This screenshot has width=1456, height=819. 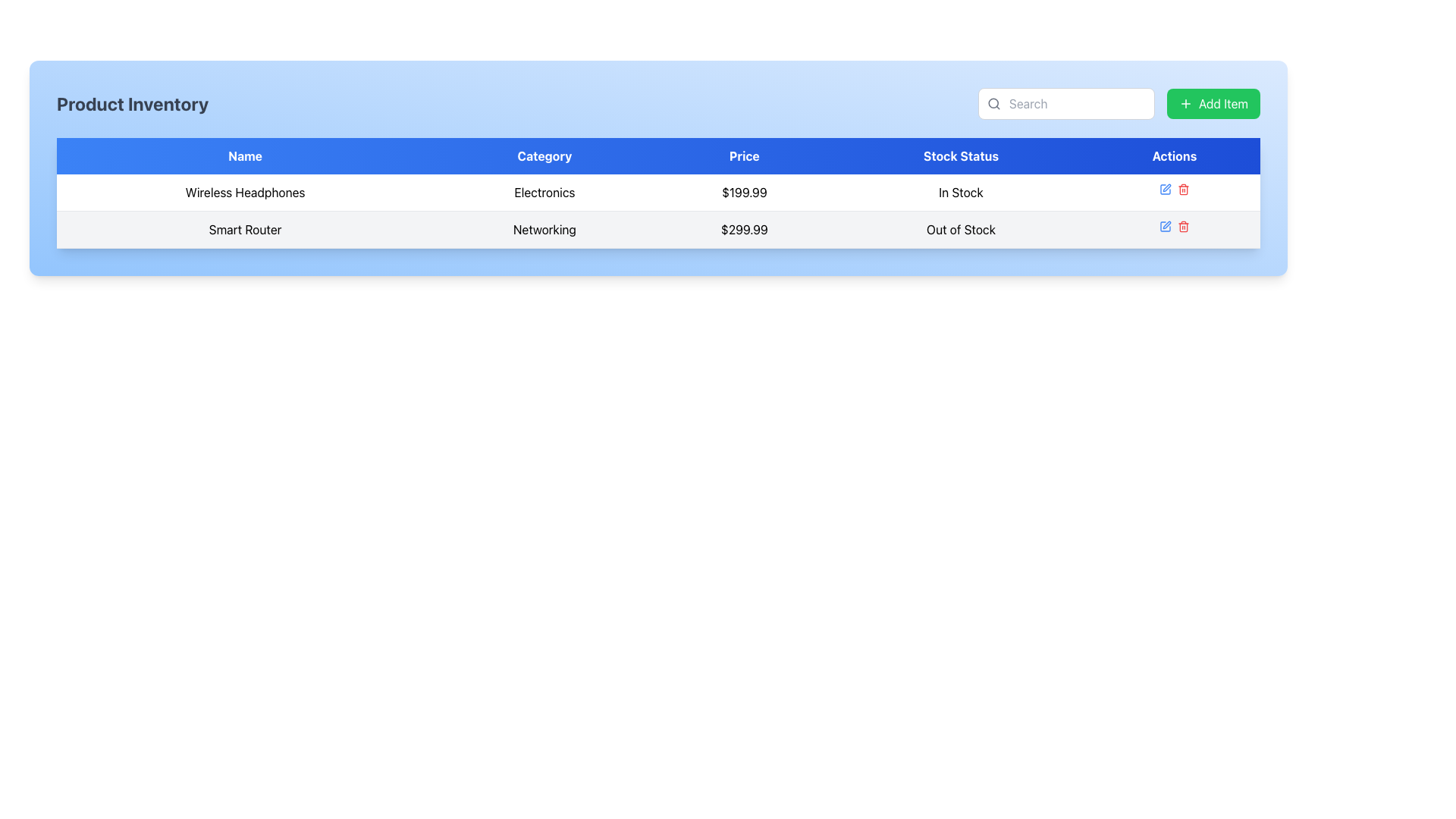 What do you see at coordinates (245, 230) in the screenshot?
I see `the 'Smart Router' text label in the second row of the table, which is displayed with black text and a light background` at bounding box center [245, 230].